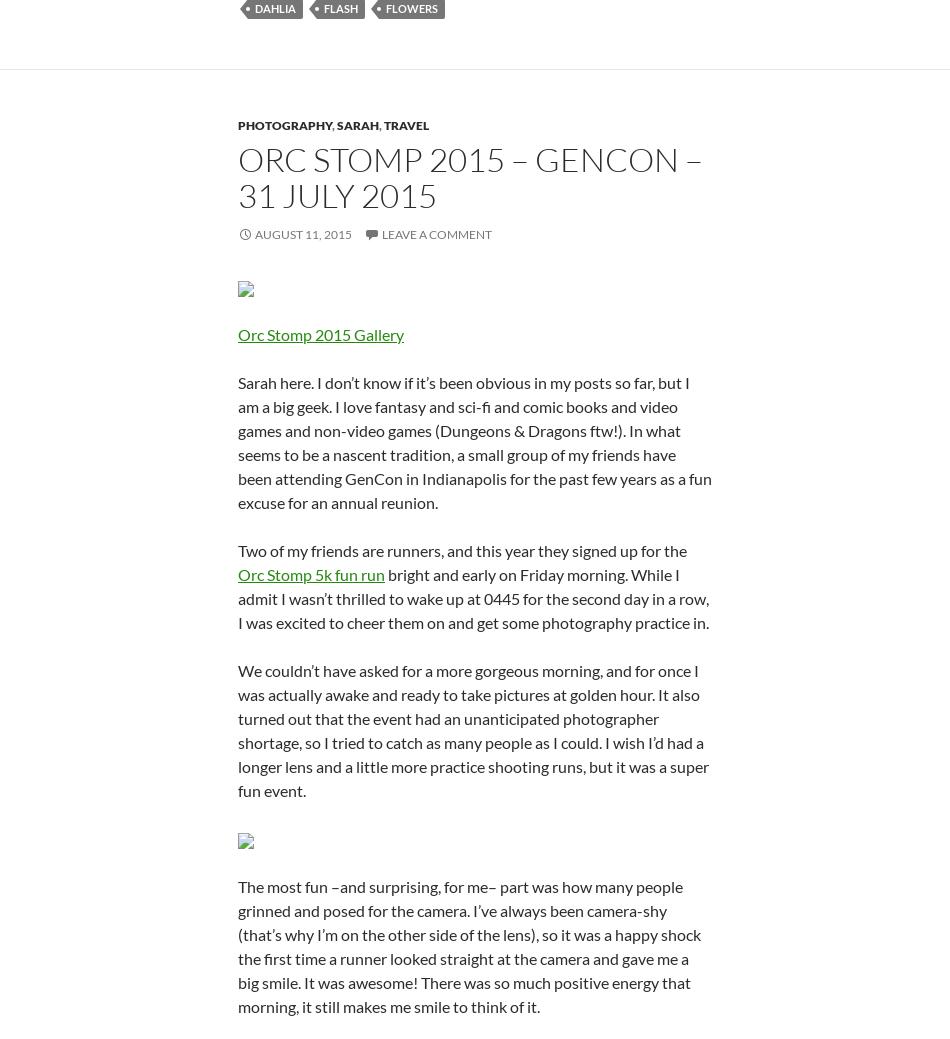 Image resolution: width=950 pixels, height=1039 pixels. I want to click on 'Orc Stomp 5k fun run', so click(310, 573).